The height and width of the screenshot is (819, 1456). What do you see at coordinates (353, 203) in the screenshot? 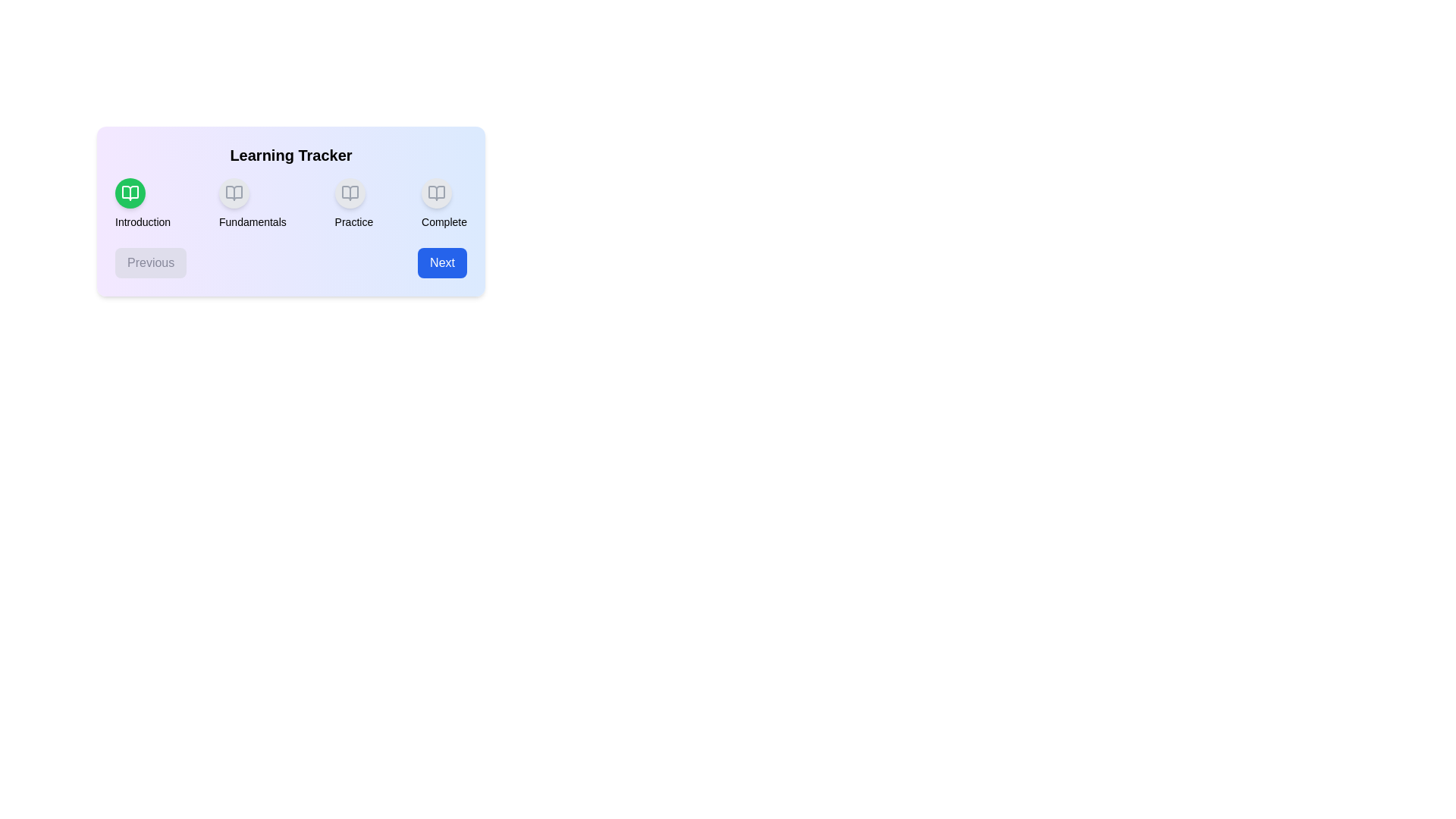
I see `the 'Practice' stage element` at bounding box center [353, 203].